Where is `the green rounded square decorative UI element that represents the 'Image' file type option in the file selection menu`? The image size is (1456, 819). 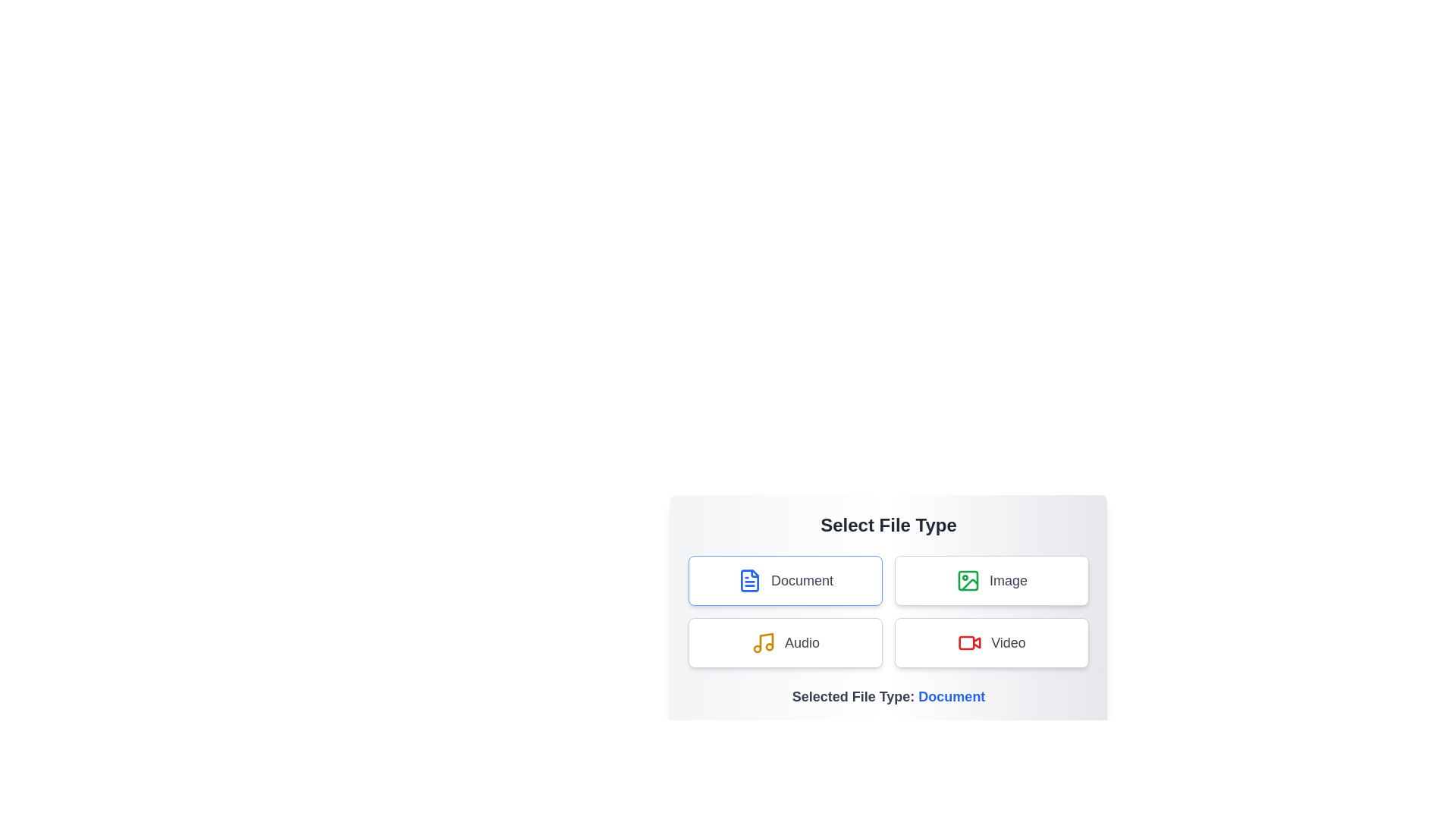 the green rounded square decorative UI element that represents the 'Image' file type option in the file selection menu is located at coordinates (967, 580).